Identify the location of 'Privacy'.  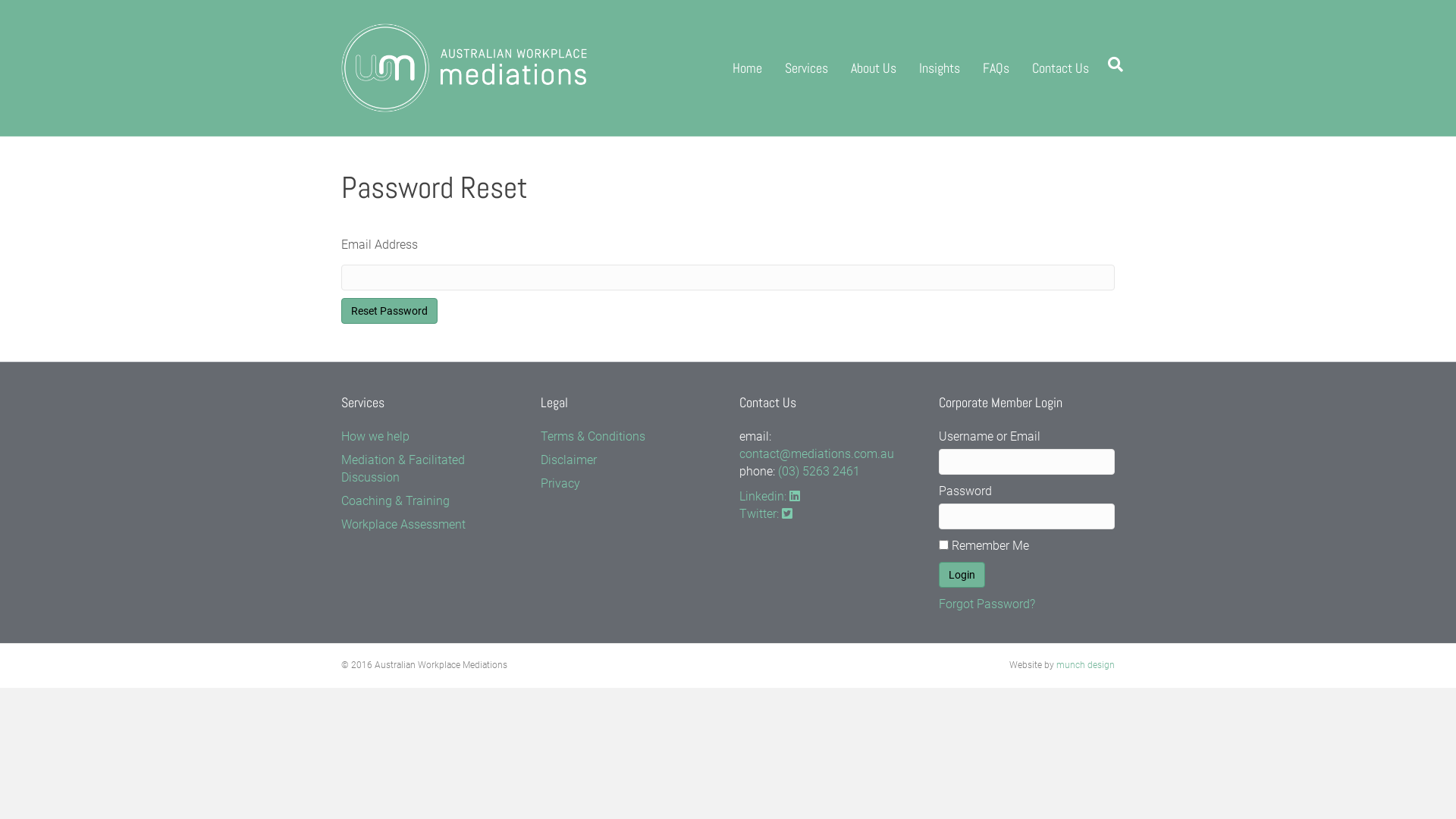
(559, 483).